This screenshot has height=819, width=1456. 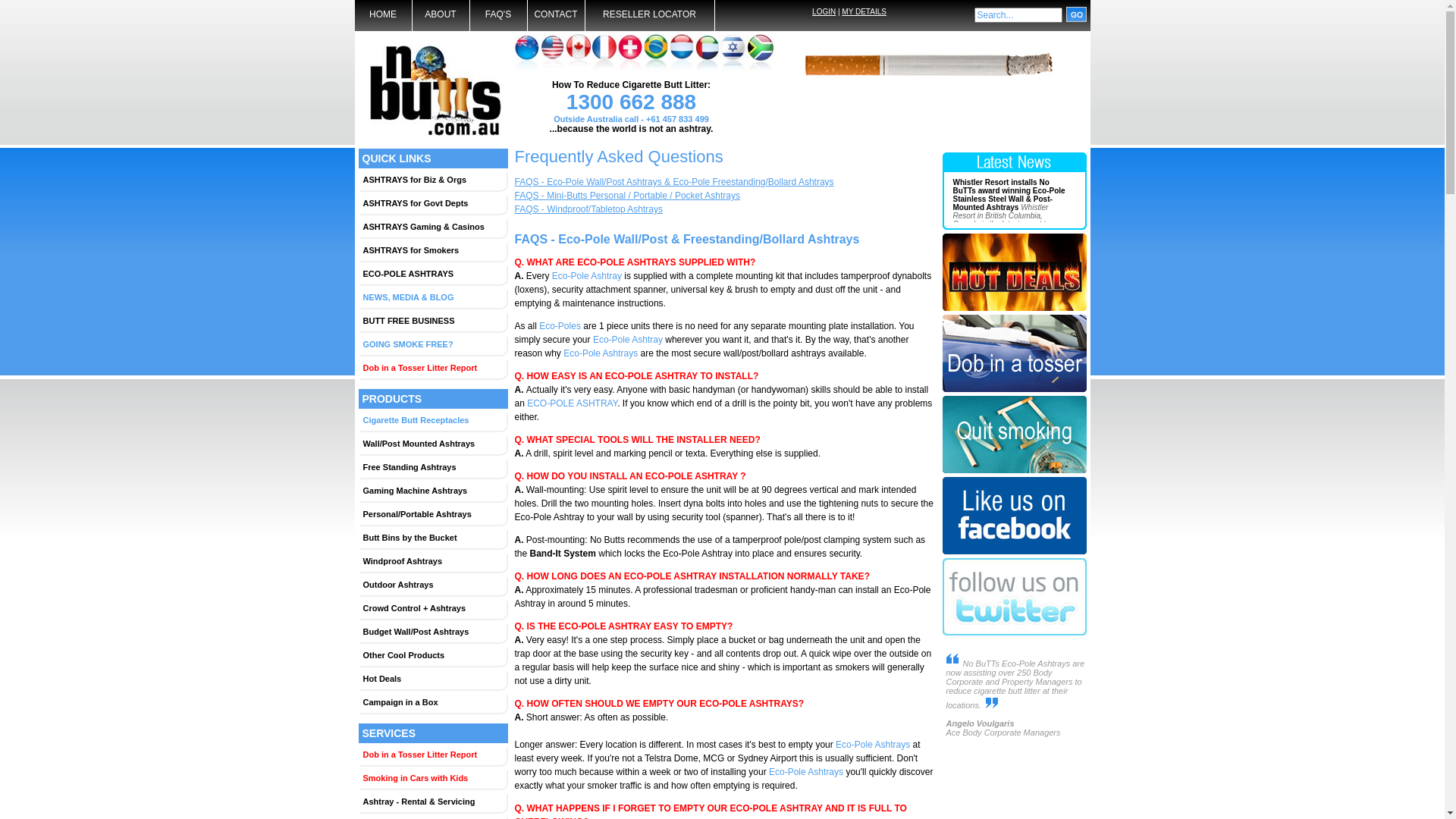 I want to click on 'Budget Wall/Post Ashtrays', so click(x=432, y=632).